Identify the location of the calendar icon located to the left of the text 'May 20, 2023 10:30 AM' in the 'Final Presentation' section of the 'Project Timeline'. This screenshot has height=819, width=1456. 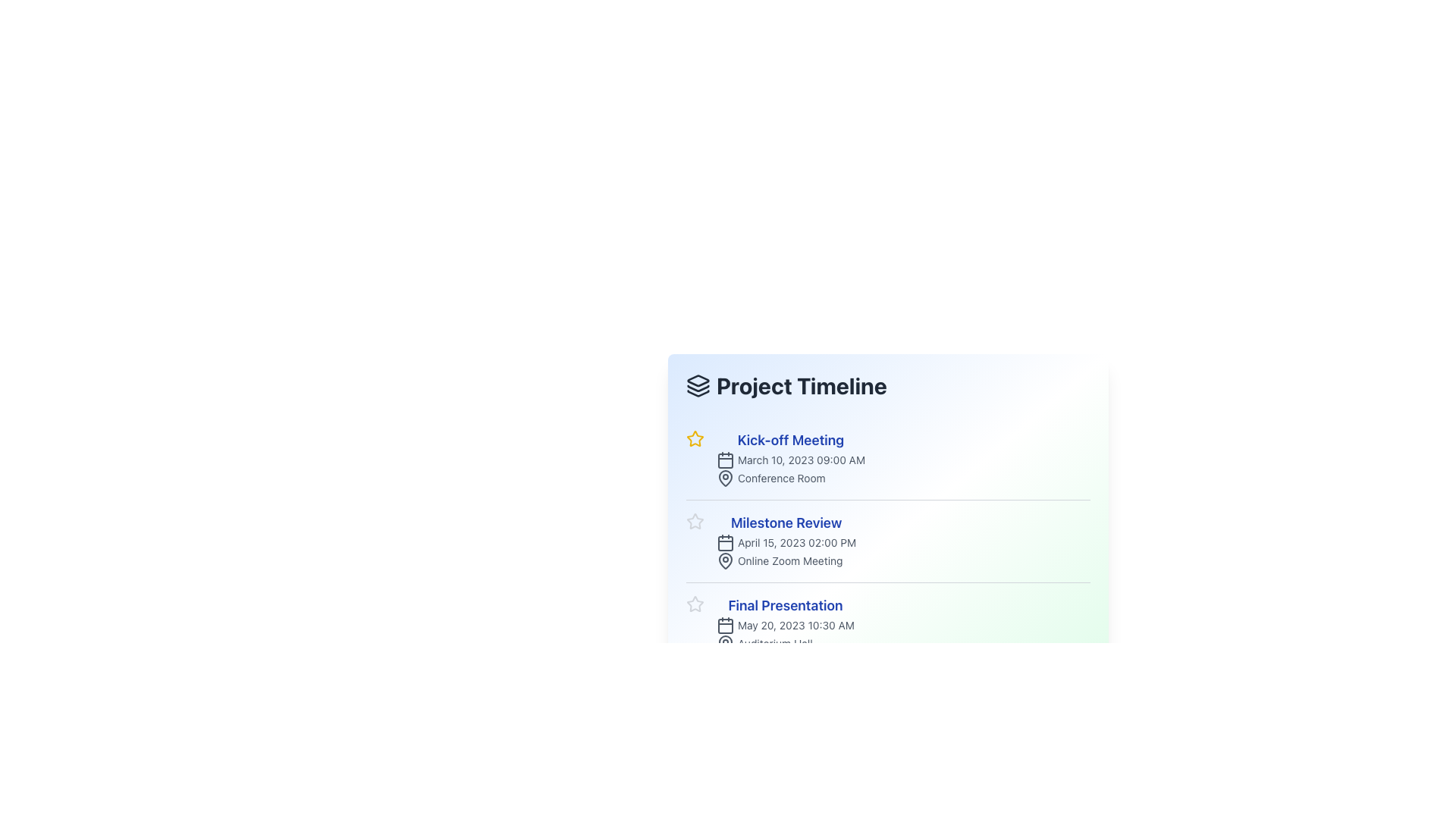
(724, 626).